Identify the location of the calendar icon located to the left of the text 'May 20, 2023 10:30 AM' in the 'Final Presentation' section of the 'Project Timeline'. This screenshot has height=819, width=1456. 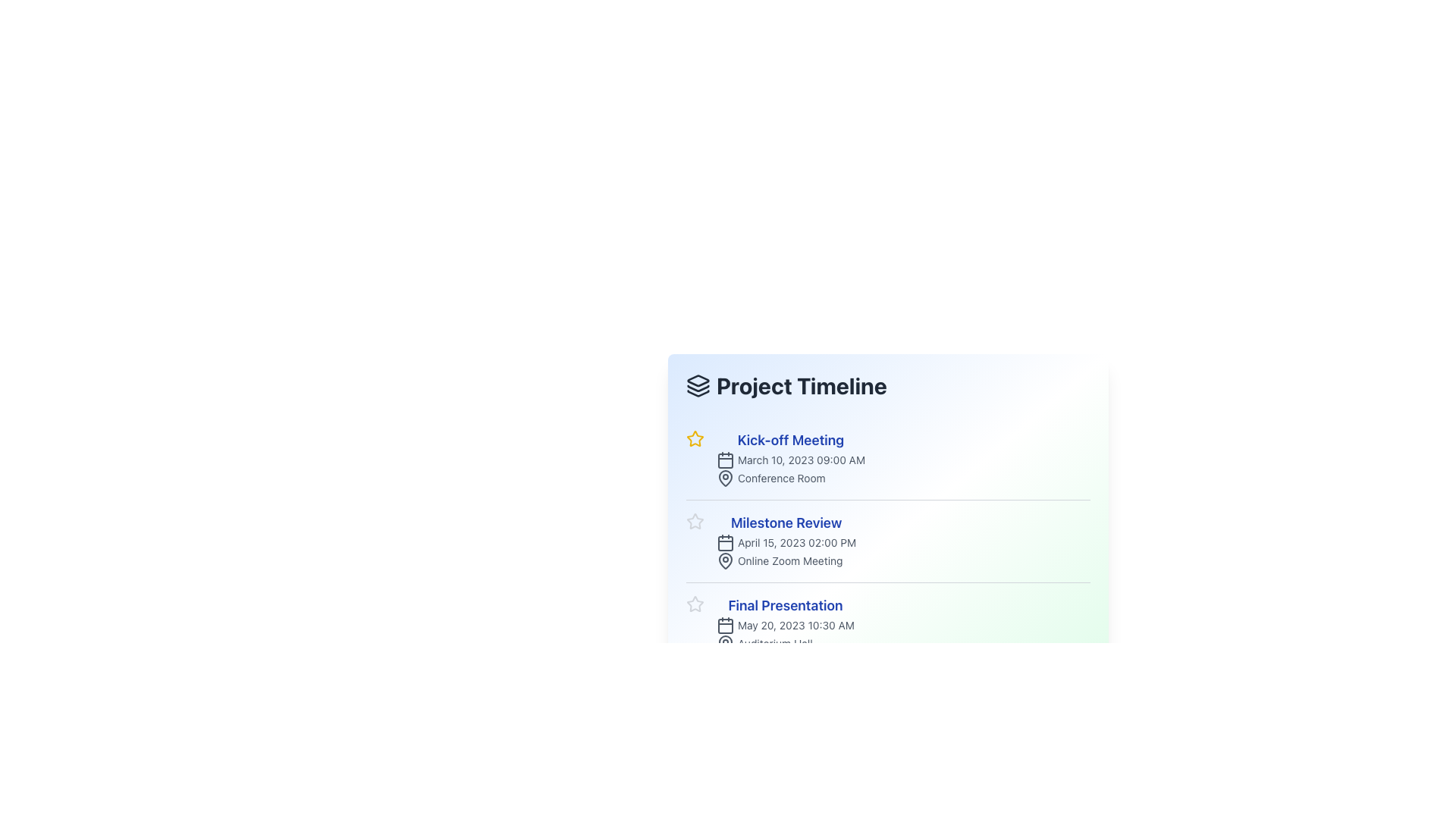
(724, 626).